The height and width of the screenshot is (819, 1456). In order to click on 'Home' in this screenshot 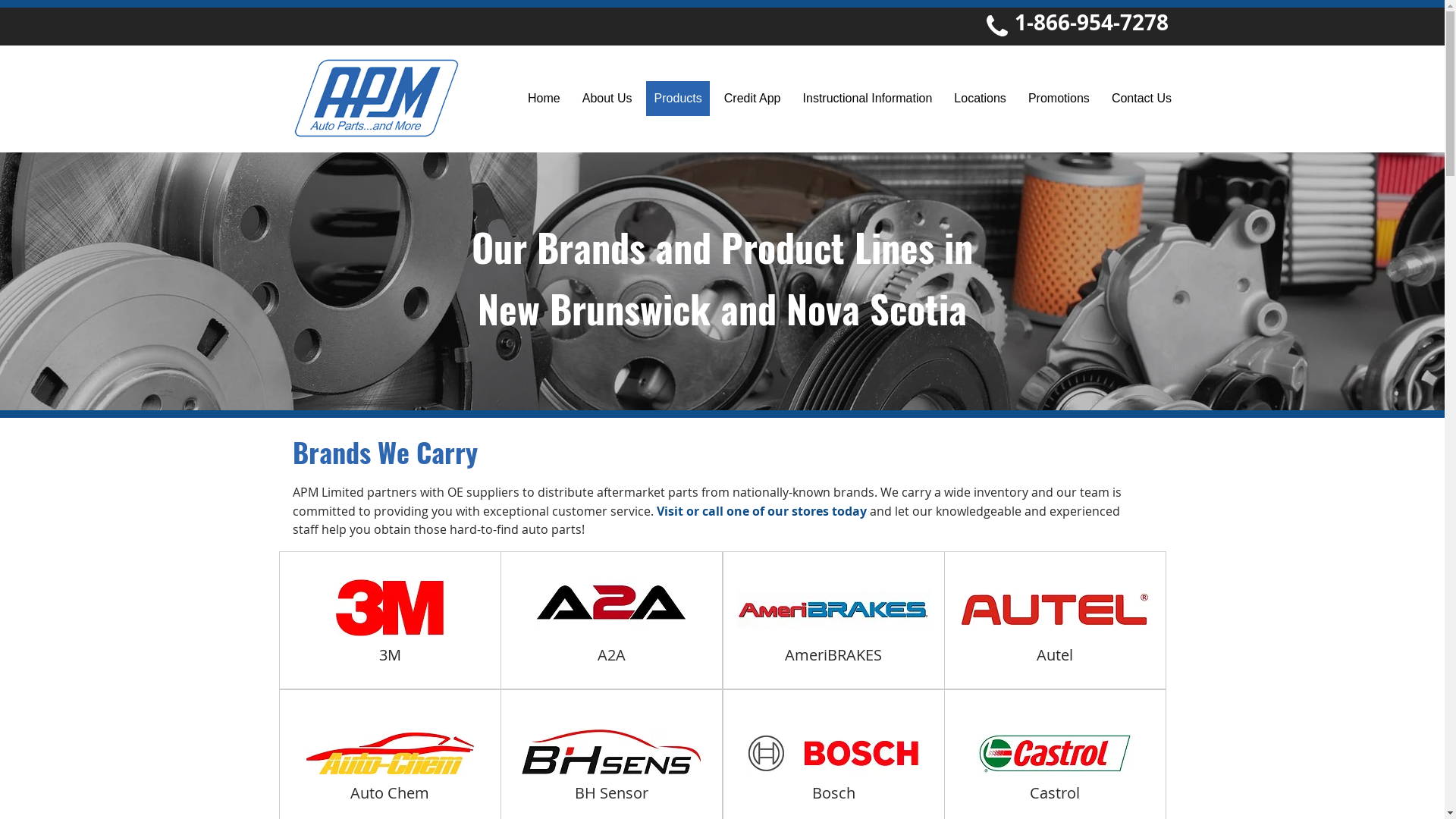, I will do `click(544, 99)`.